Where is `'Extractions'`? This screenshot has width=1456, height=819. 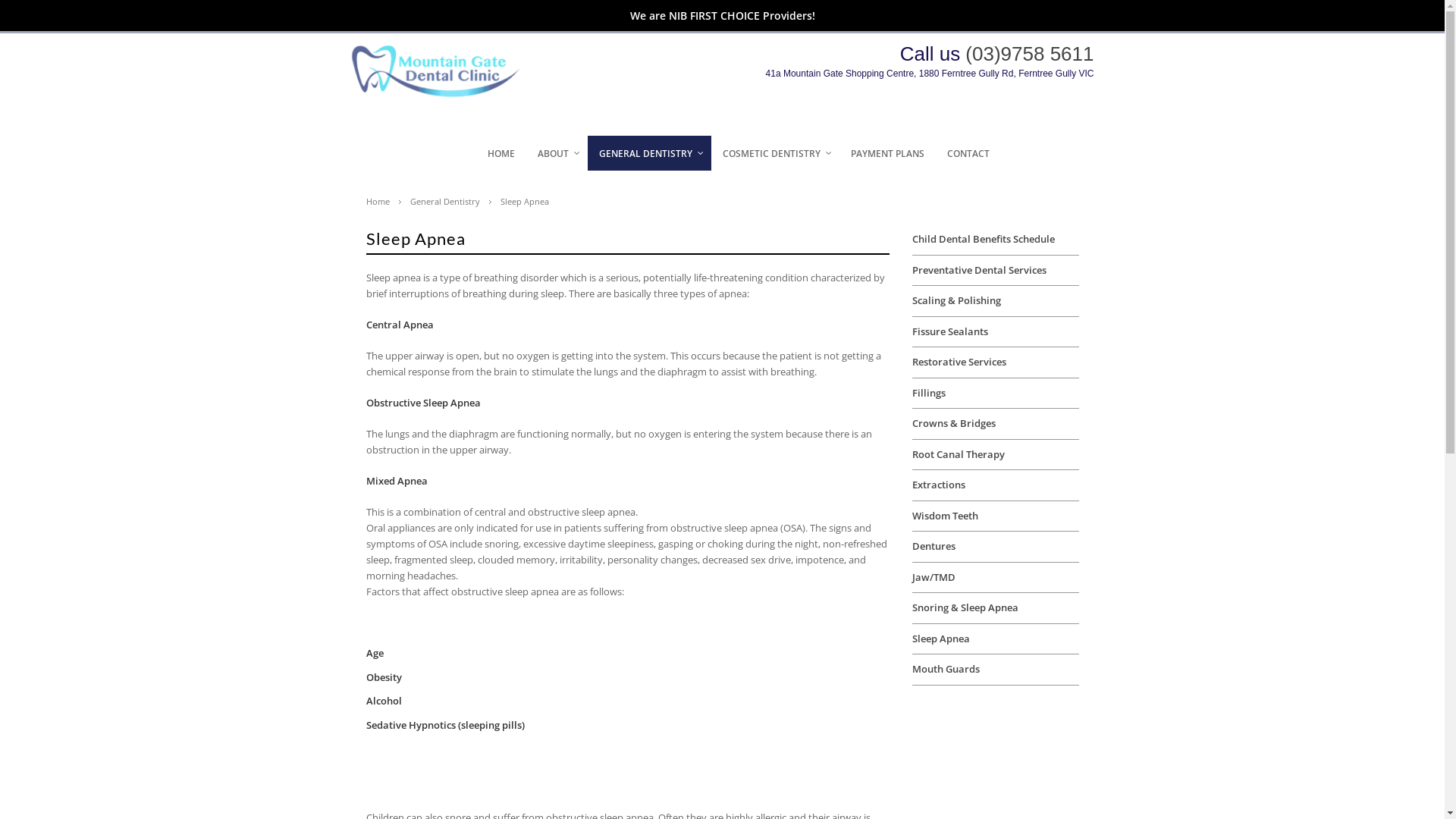
'Extractions' is located at coordinates (937, 485).